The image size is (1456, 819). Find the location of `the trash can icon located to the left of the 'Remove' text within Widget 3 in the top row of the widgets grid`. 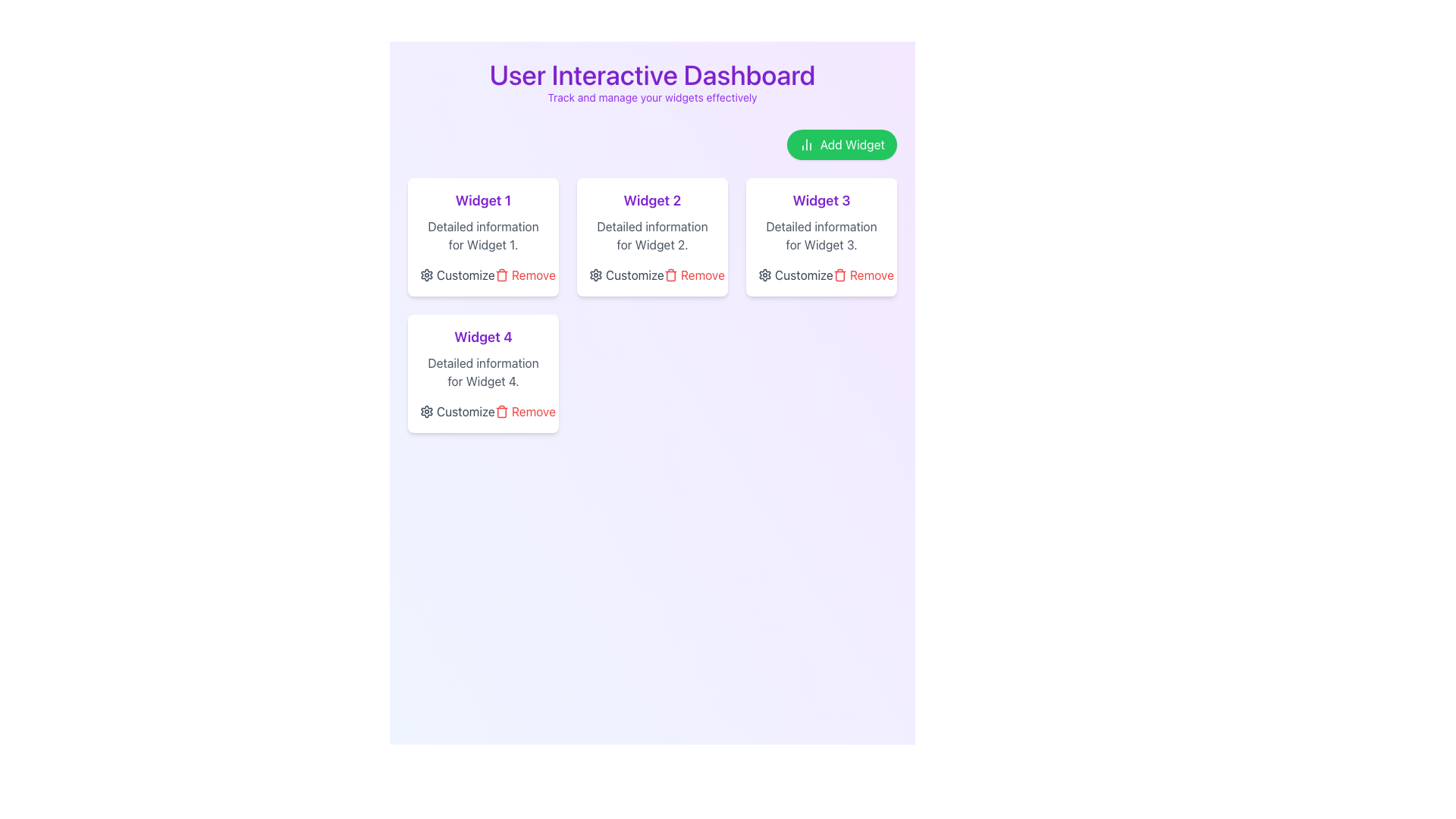

the trash can icon located to the left of the 'Remove' text within Widget 3 in the top row of the widgets grid is located at coordinates (839, 275).